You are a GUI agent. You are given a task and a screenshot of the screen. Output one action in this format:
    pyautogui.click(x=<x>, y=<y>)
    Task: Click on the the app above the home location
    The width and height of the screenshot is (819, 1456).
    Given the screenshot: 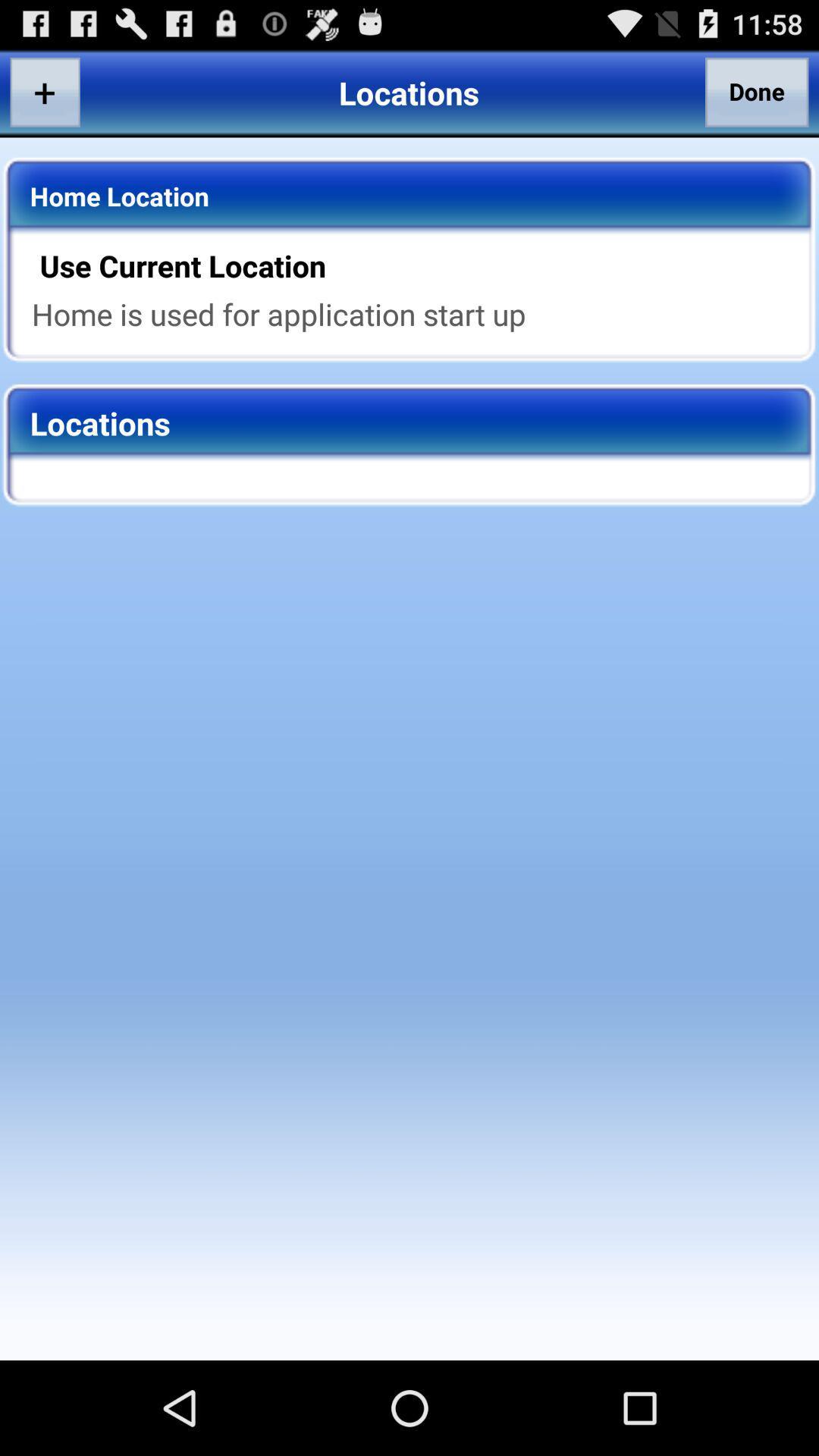 What is the action you would take?
    pyautogui.click(x=44, y=91)
    